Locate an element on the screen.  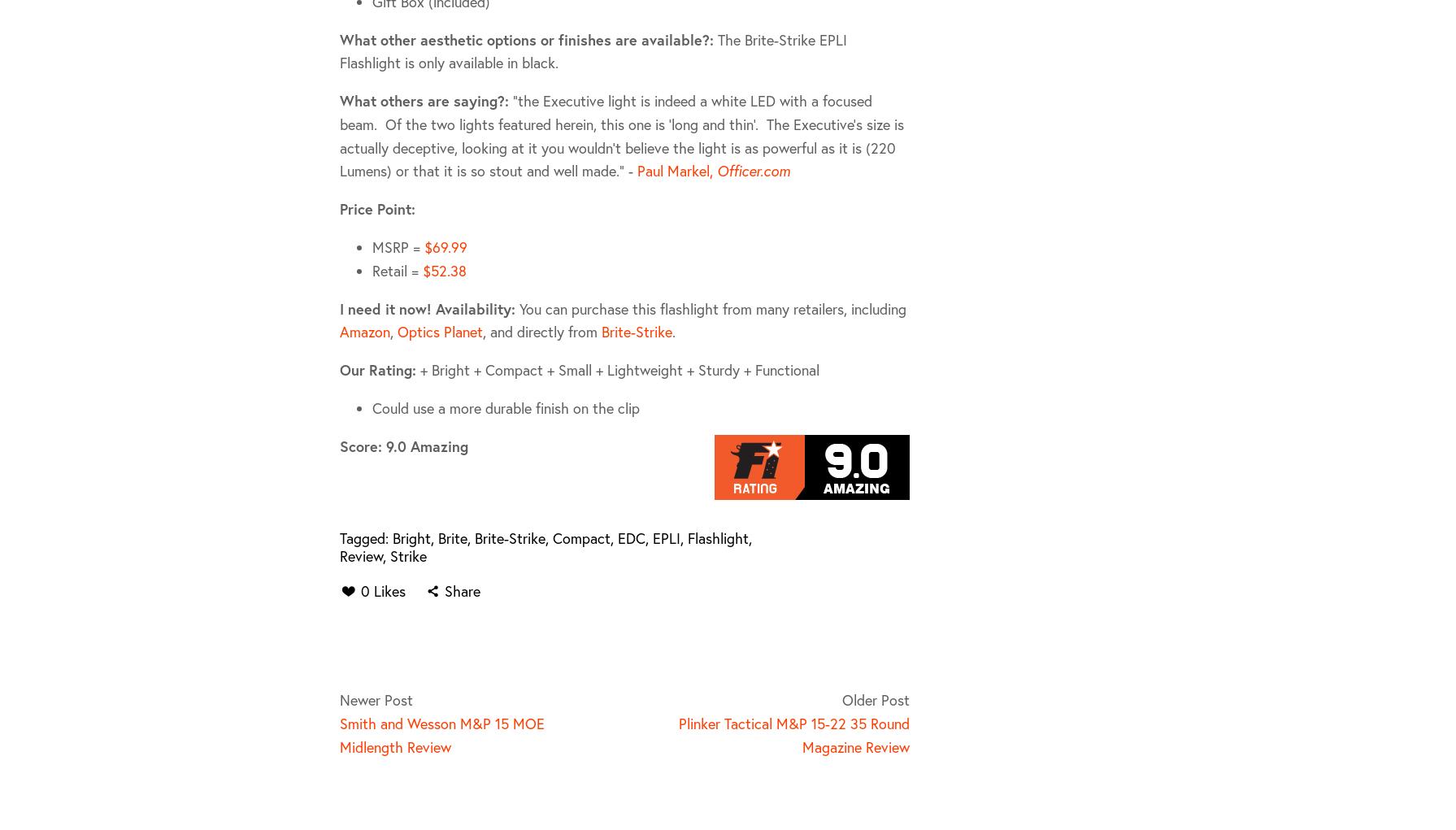
'Compact' is located at coordinates (580, 536).